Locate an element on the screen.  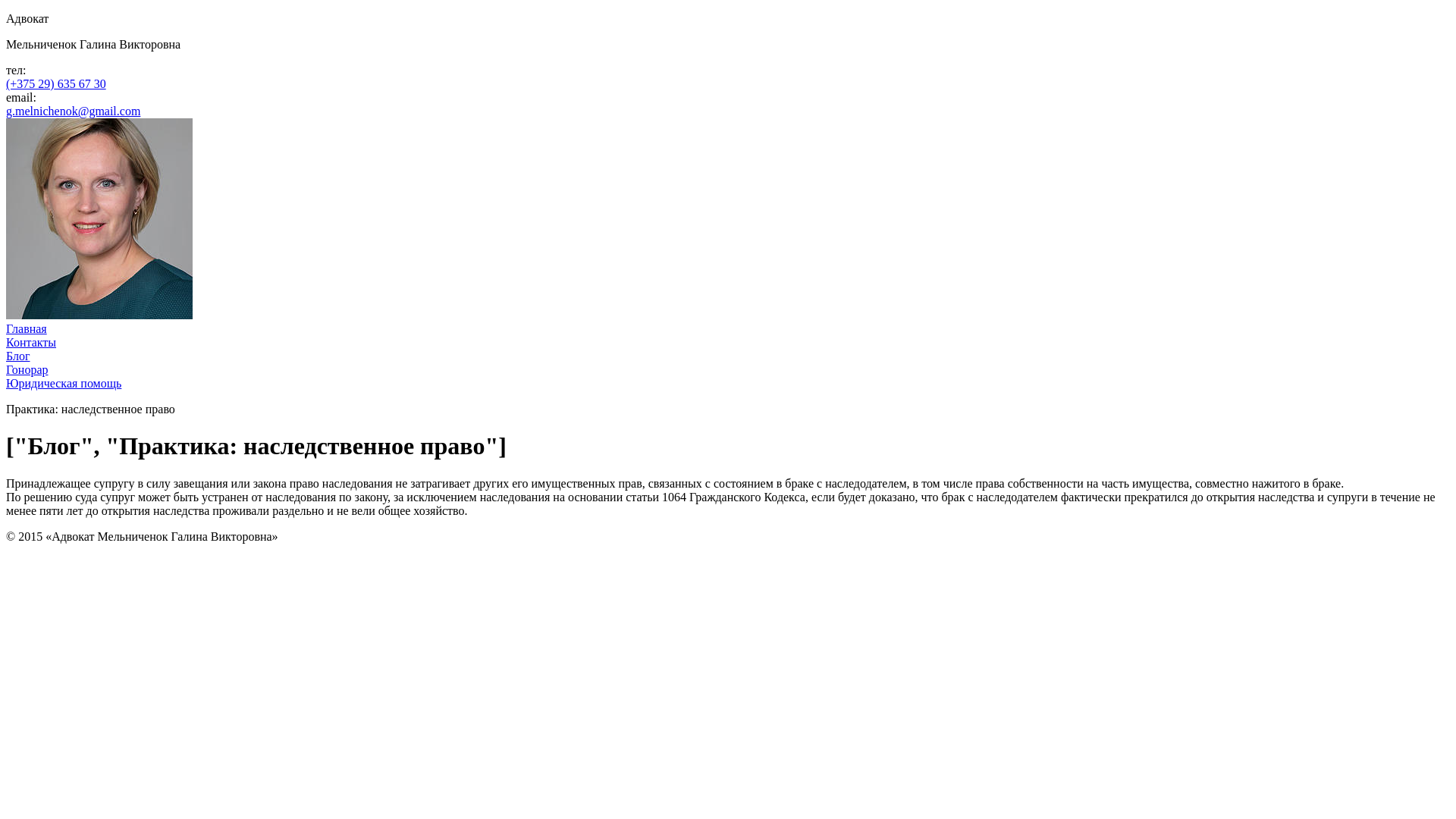
'g.melnichenok@gmail.com' is located at coordinates (72, 110).